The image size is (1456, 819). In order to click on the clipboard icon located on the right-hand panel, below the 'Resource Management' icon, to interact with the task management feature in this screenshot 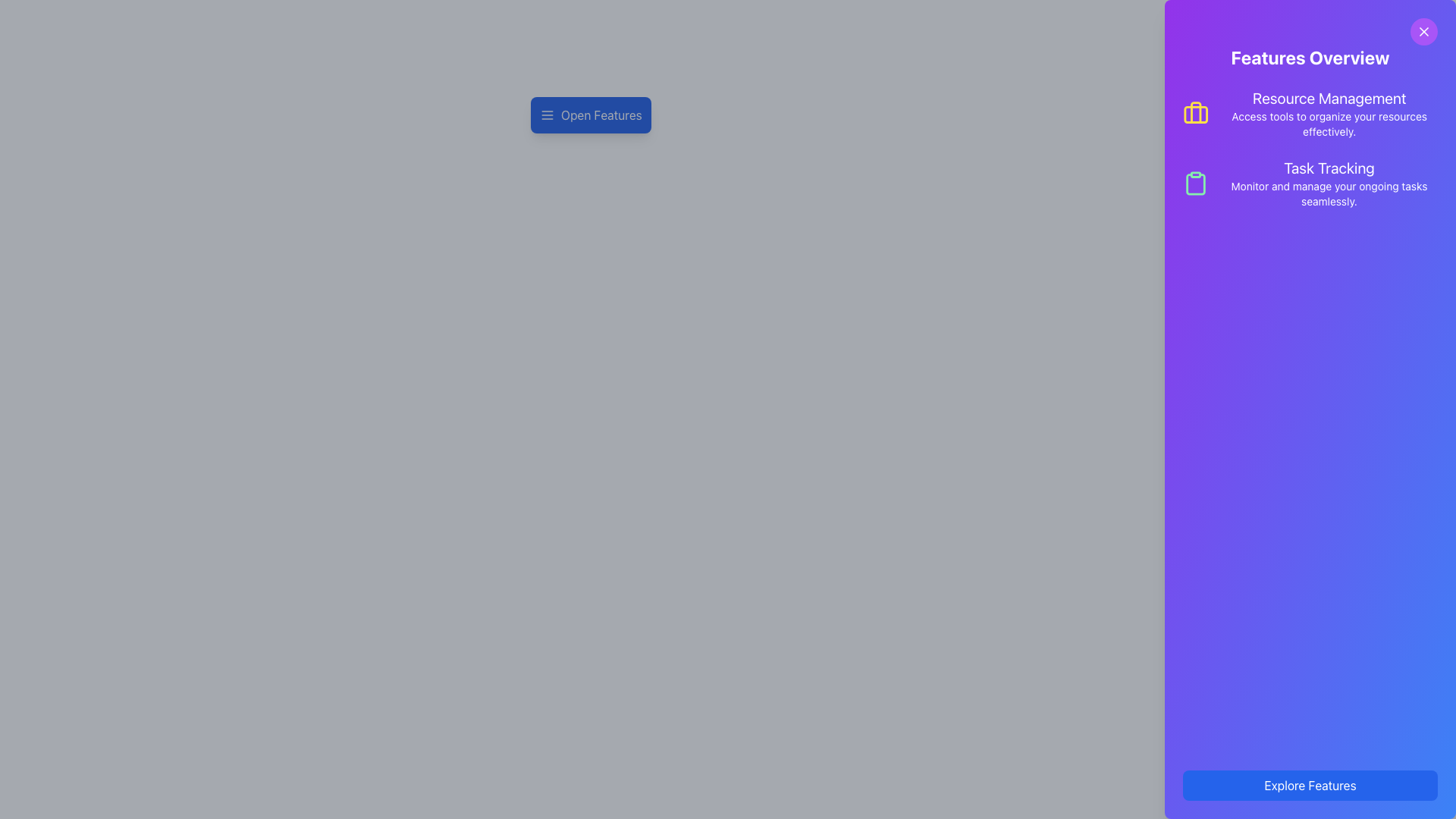, I will do `click(1194, 184)`.